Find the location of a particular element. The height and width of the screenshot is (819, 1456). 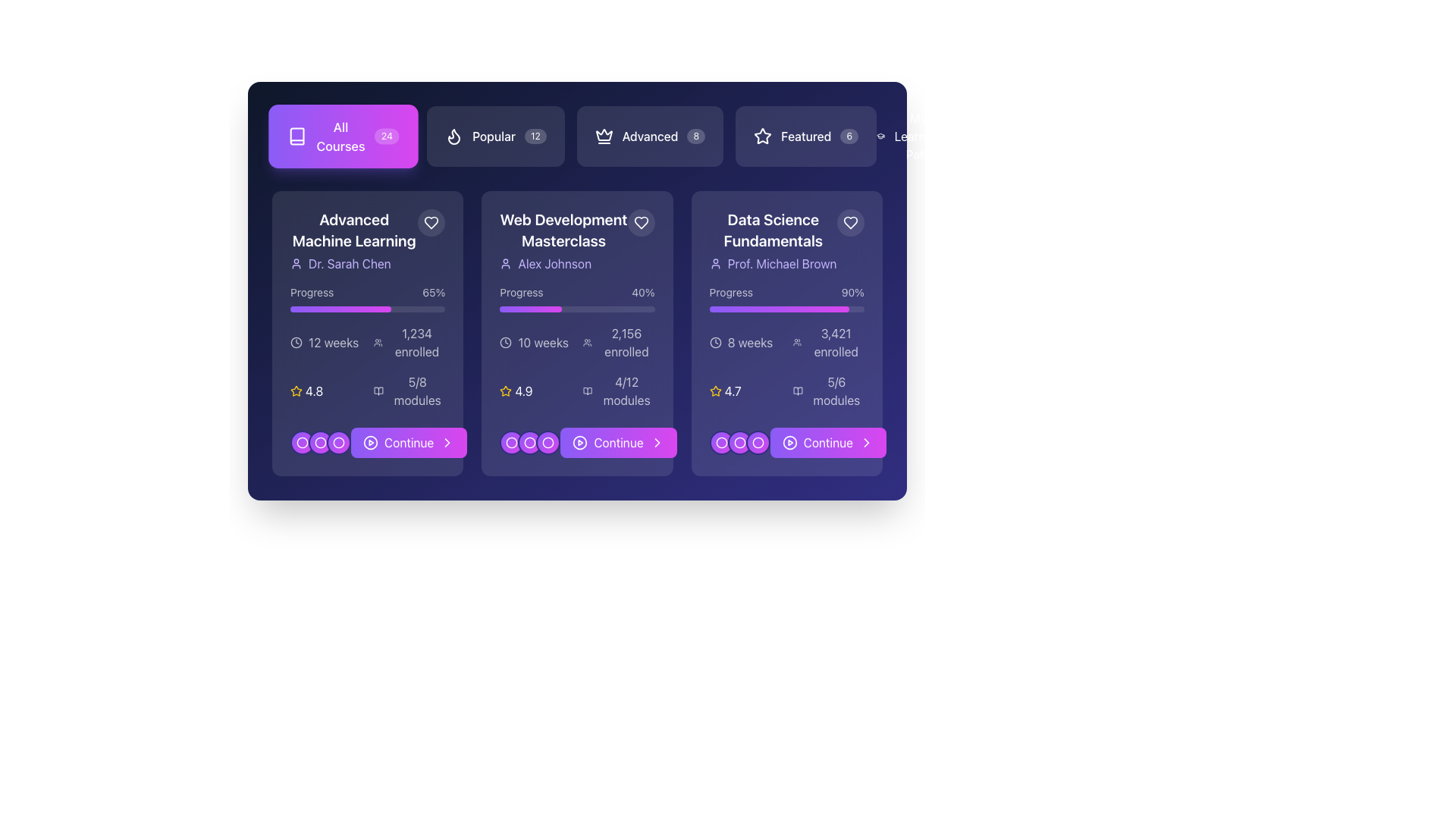

the third circular navigation indicator located at the bottom of the 'Advanced Machine Learning' card is located at coordinates (337, 442).